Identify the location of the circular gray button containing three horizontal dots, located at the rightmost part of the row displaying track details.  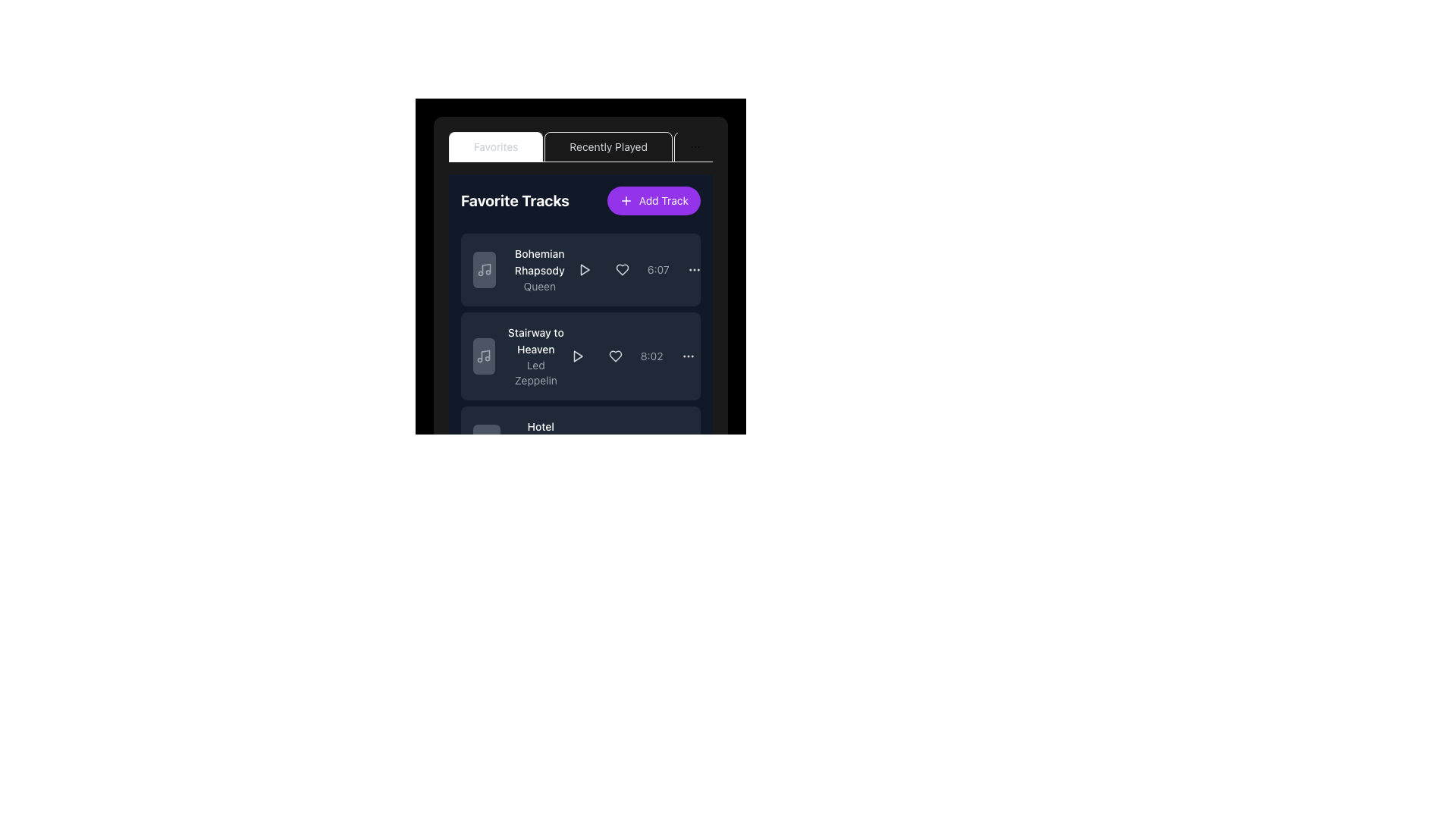
(693, 268).